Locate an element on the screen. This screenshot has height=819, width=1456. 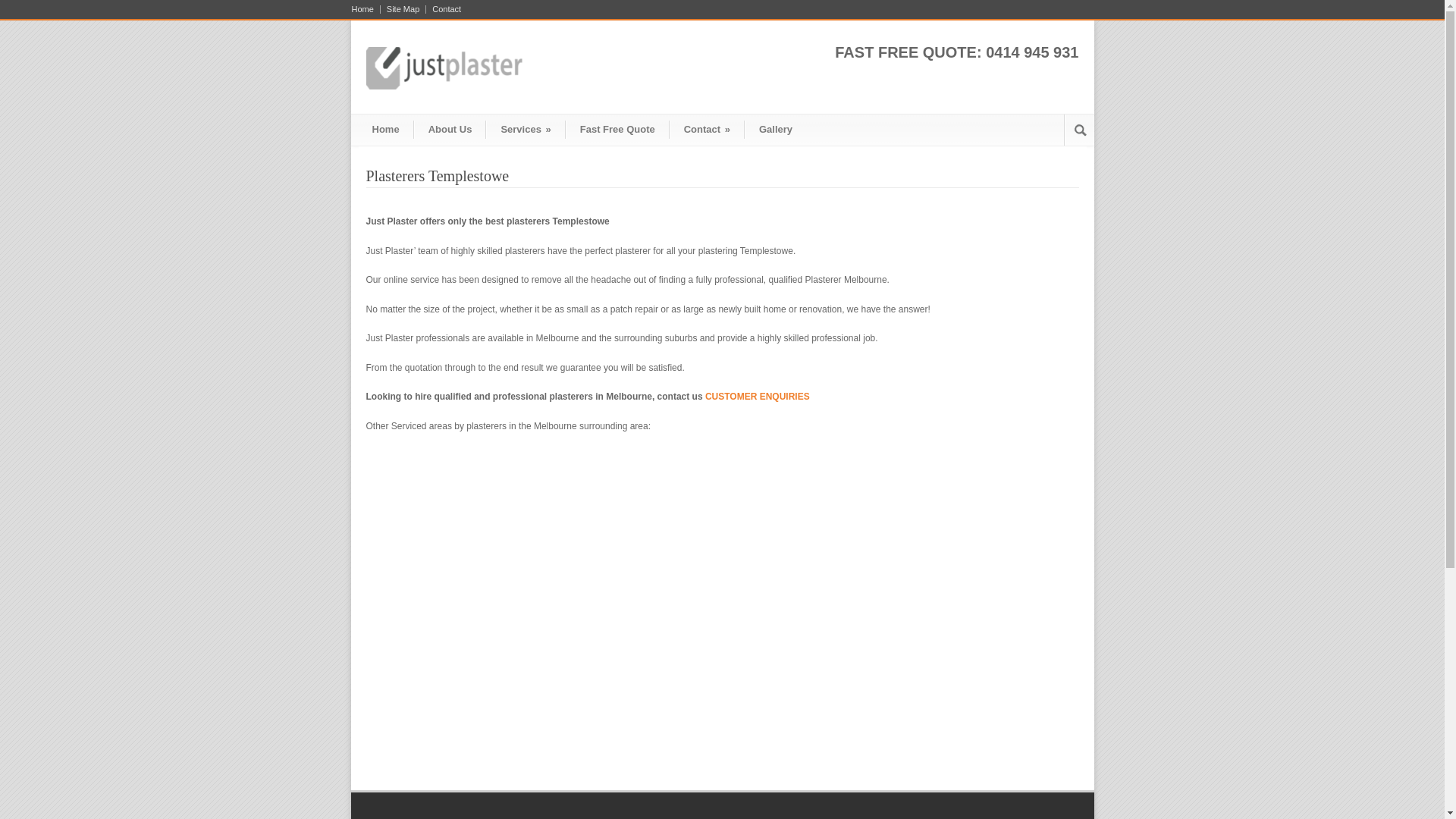
'Home' is located at coordinates (385, 127).